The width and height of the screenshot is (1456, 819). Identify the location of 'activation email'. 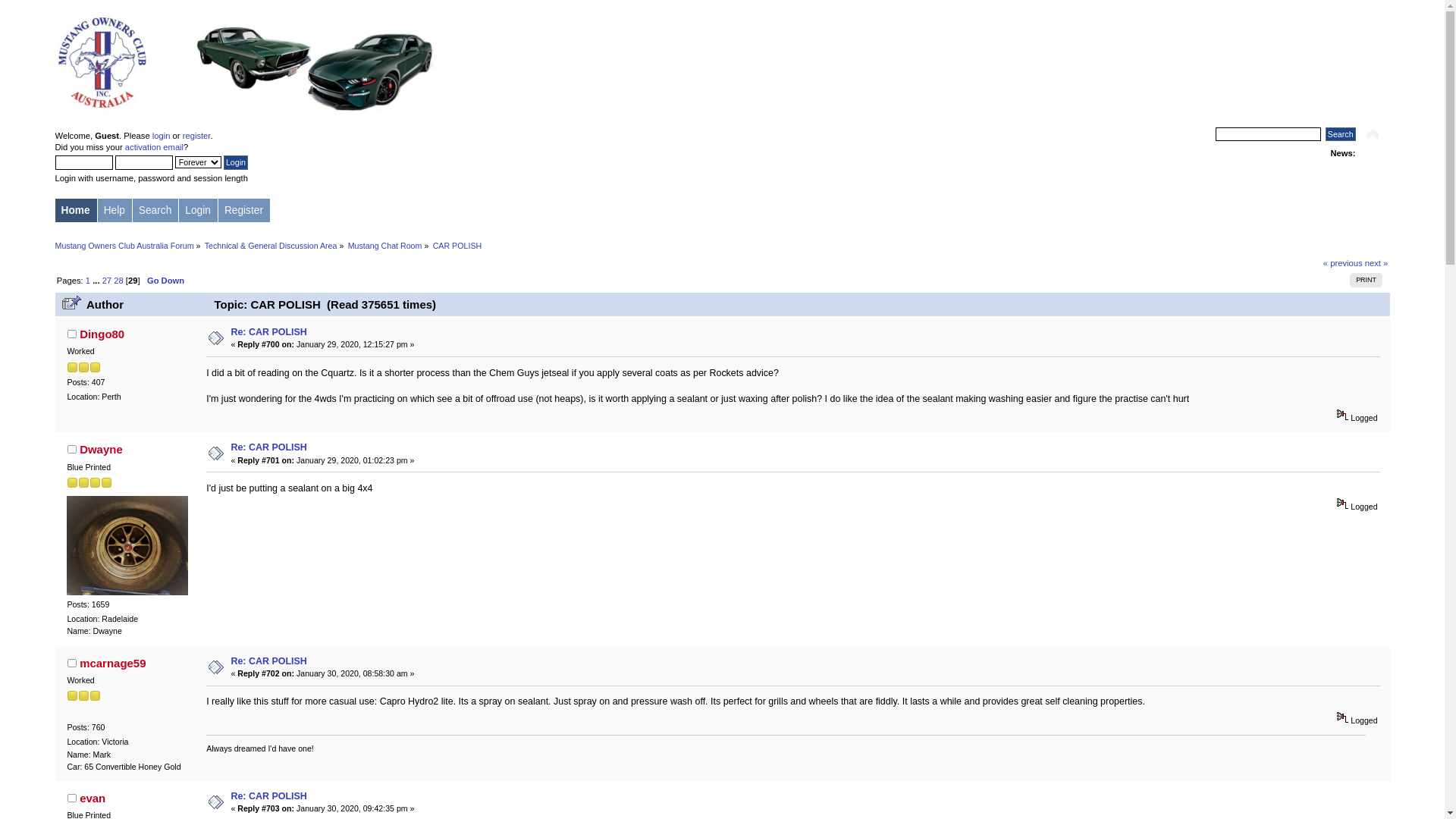
(124, 146).